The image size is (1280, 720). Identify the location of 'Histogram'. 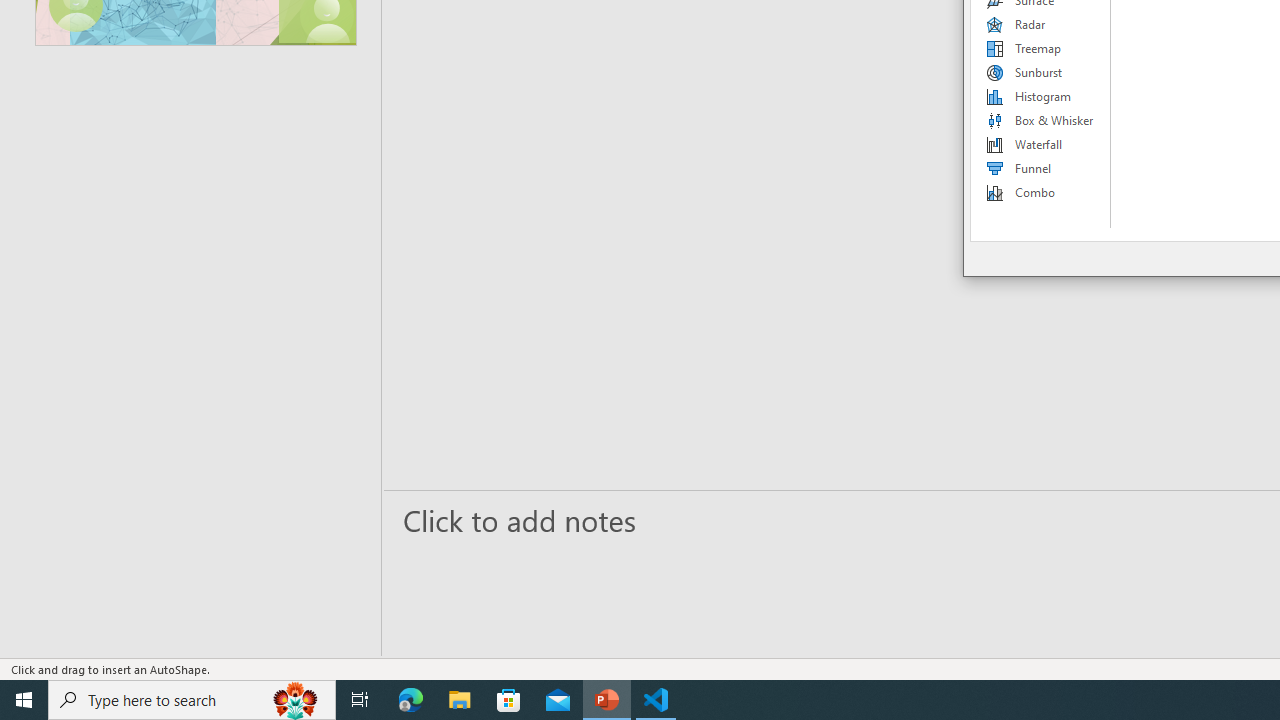
(1040, 96).